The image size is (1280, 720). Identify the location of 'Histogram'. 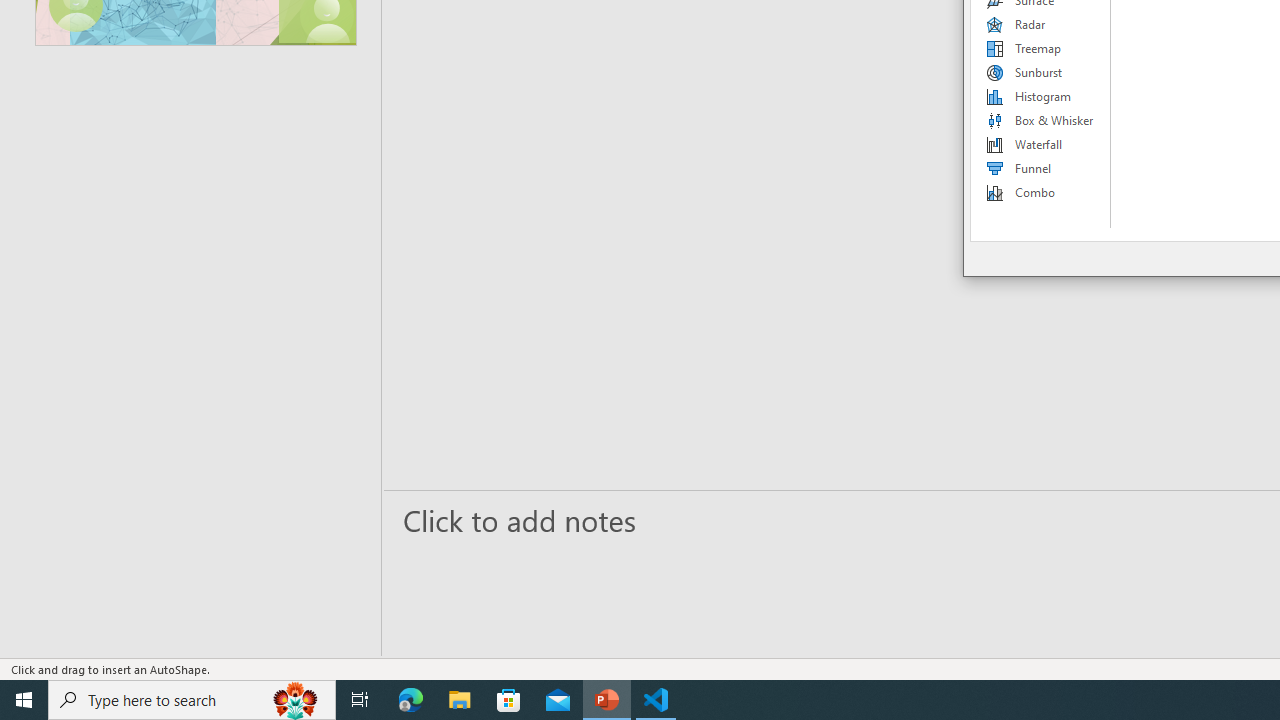
(1040, 96).